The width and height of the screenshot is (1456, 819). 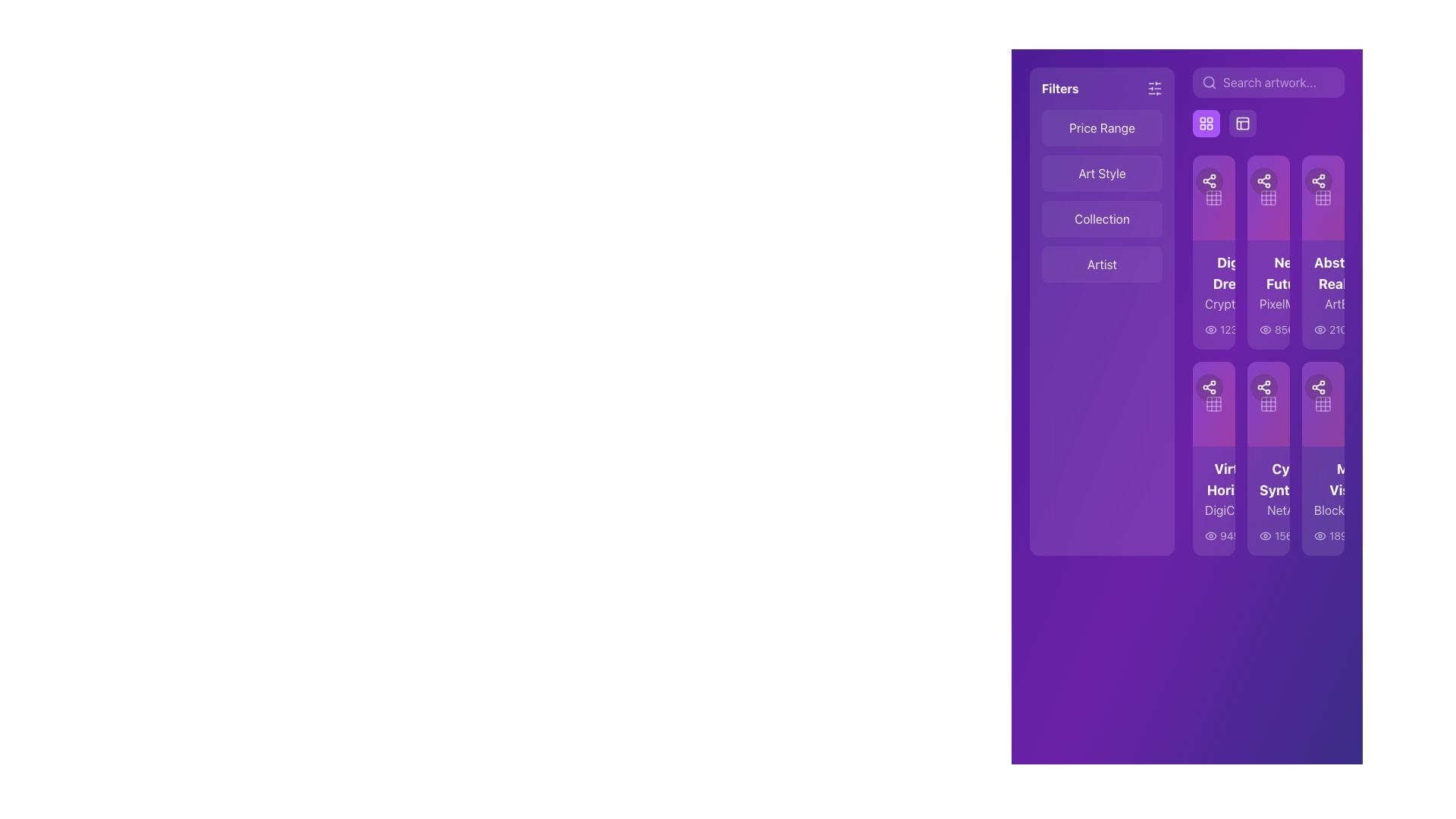 I want to click on the information icon, which is a white lowercase 'i' inside a circle, located at the bottom right corner of the fourth card in the second row of the grid layout, so click(x=1273, y=535).